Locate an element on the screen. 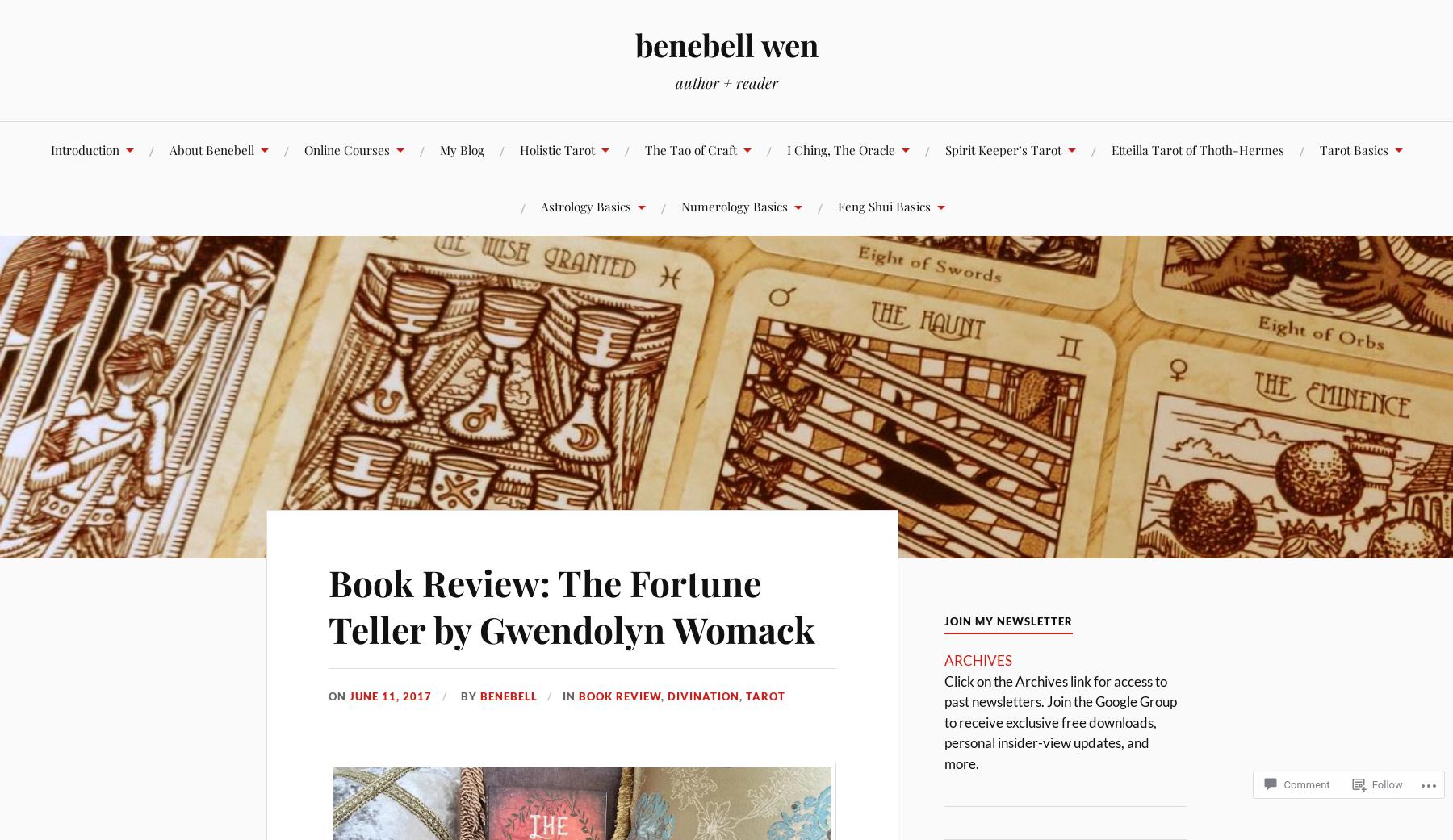 The height and width of the screenshot is (840, 1453). 'tarot' is located at coordinates (764, 695).